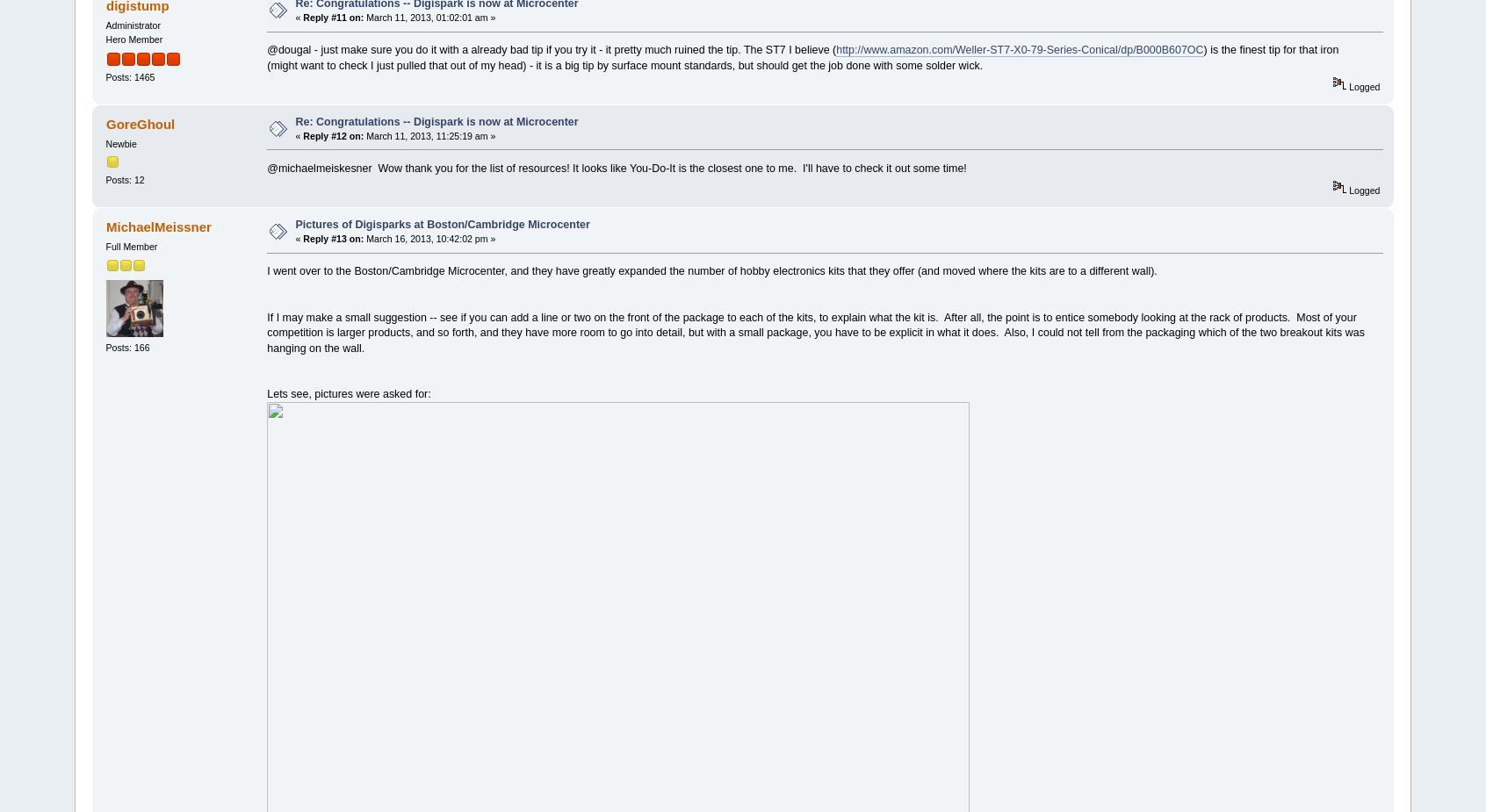 The image size is (1486, 812). I want to click on 'Posts: 12', so click(124, 177).